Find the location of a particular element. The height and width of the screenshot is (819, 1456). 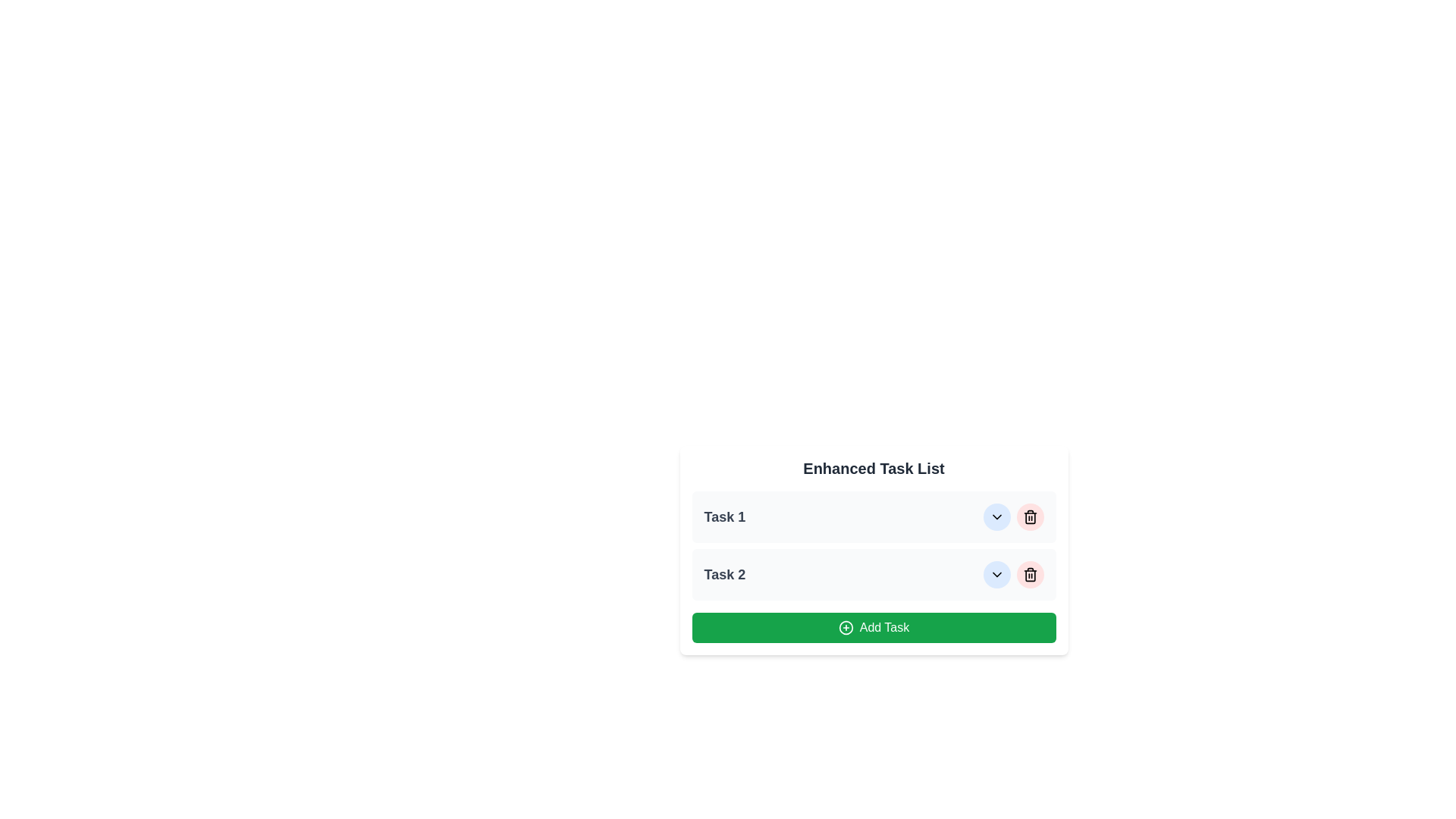

the circular decorative shape that is part of the 'Add Task' button located at the bottom of the task list interface is located at coordinates (845, 628).